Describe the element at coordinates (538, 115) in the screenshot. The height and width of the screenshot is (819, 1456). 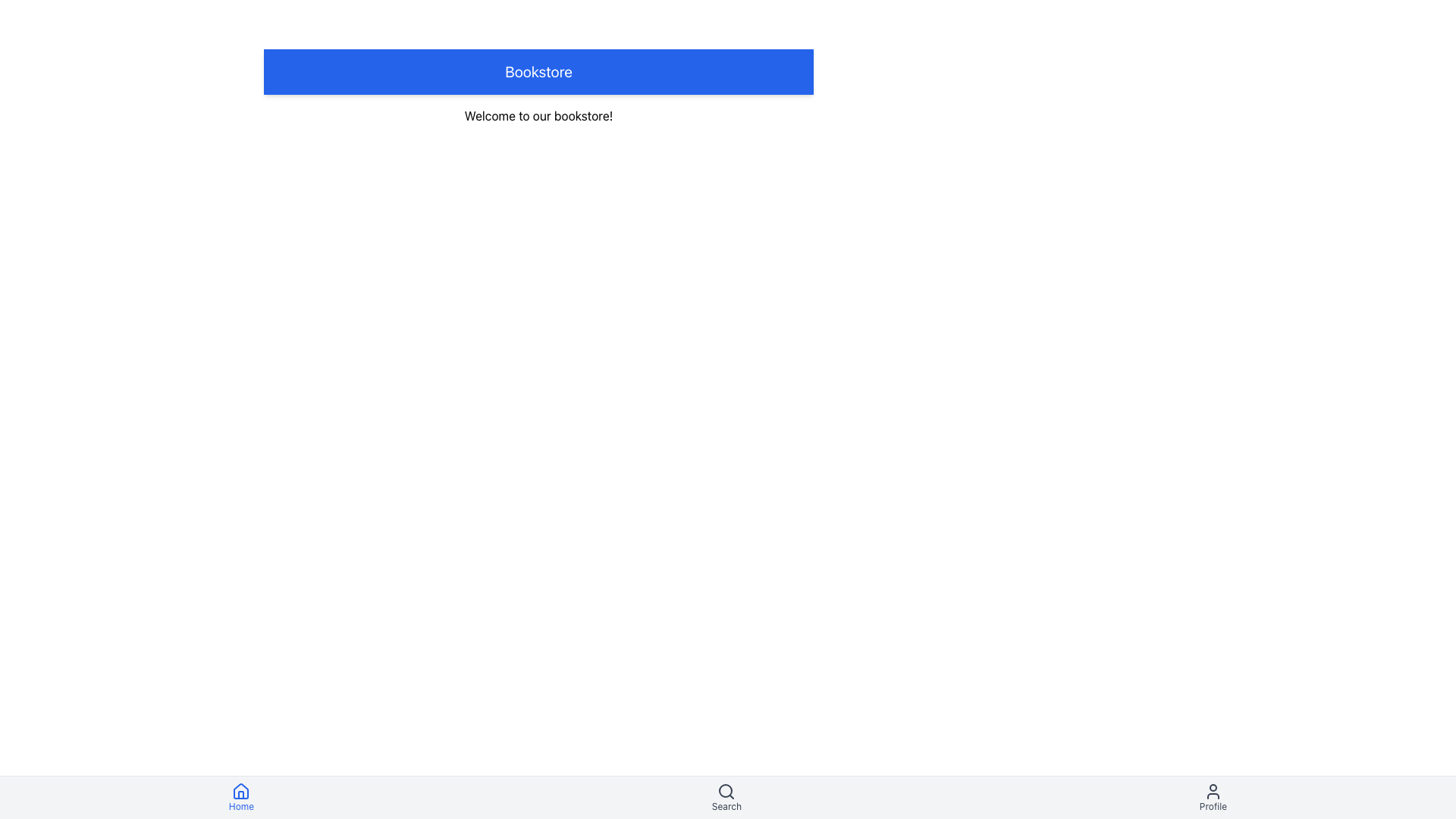
I see `the welcoming message text display located below the blue 'Bookstore' header in the bookstore application` at that location.